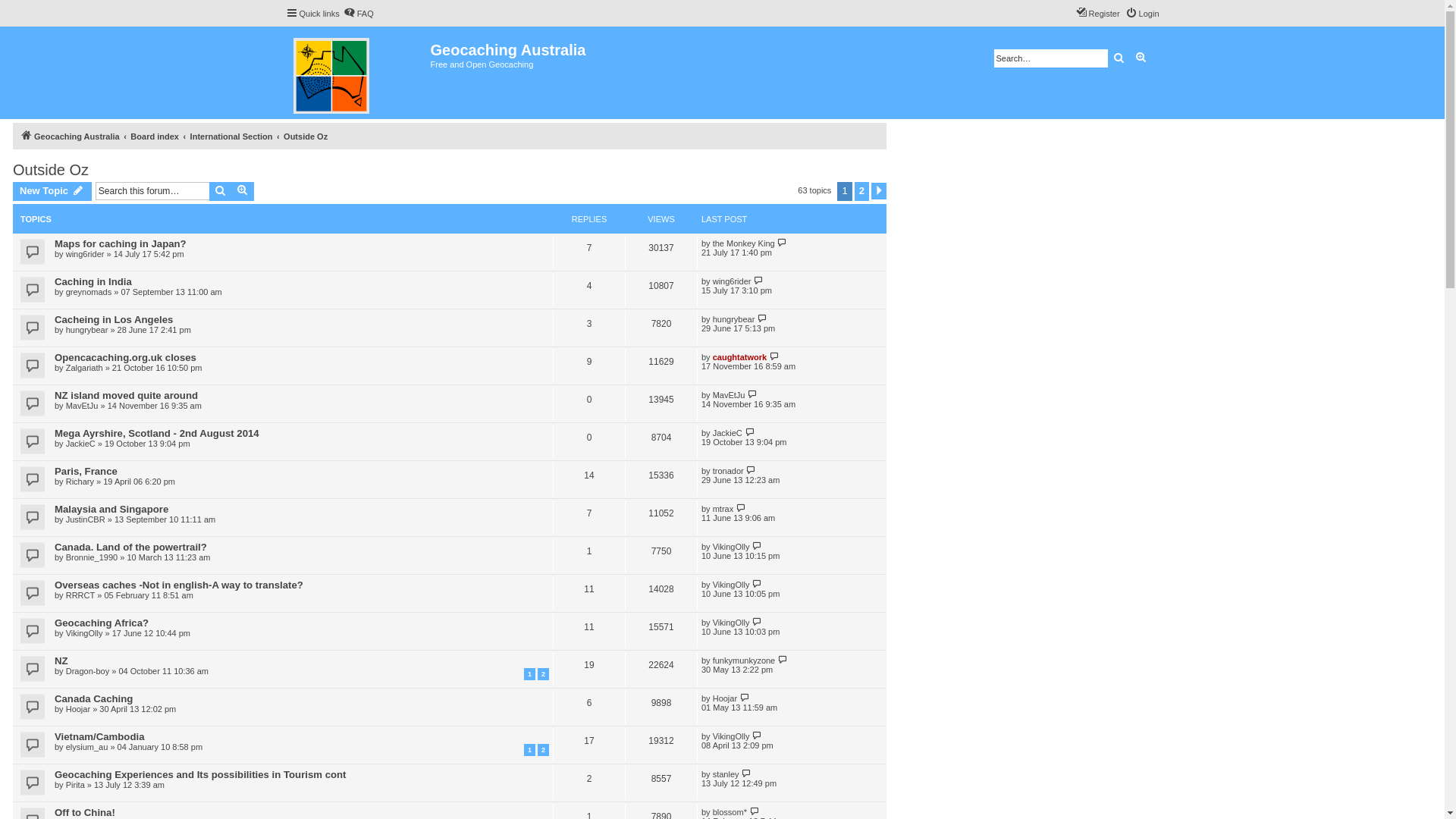 This screenshot has height=819, width=1456. I want to click on 'NZ', so click(61, 660).